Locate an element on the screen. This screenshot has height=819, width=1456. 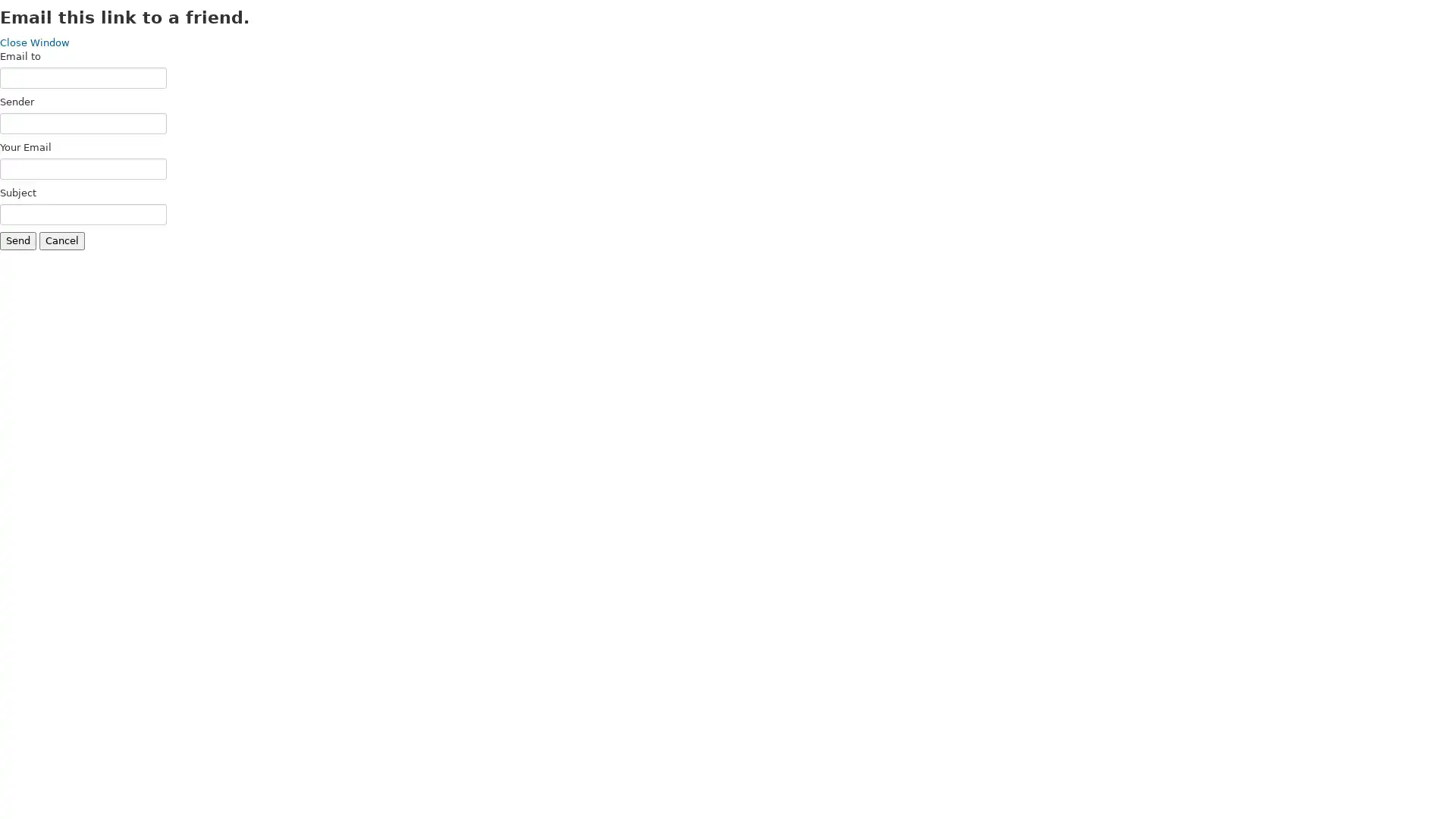
Cancel is located at coordinates (61, 240).